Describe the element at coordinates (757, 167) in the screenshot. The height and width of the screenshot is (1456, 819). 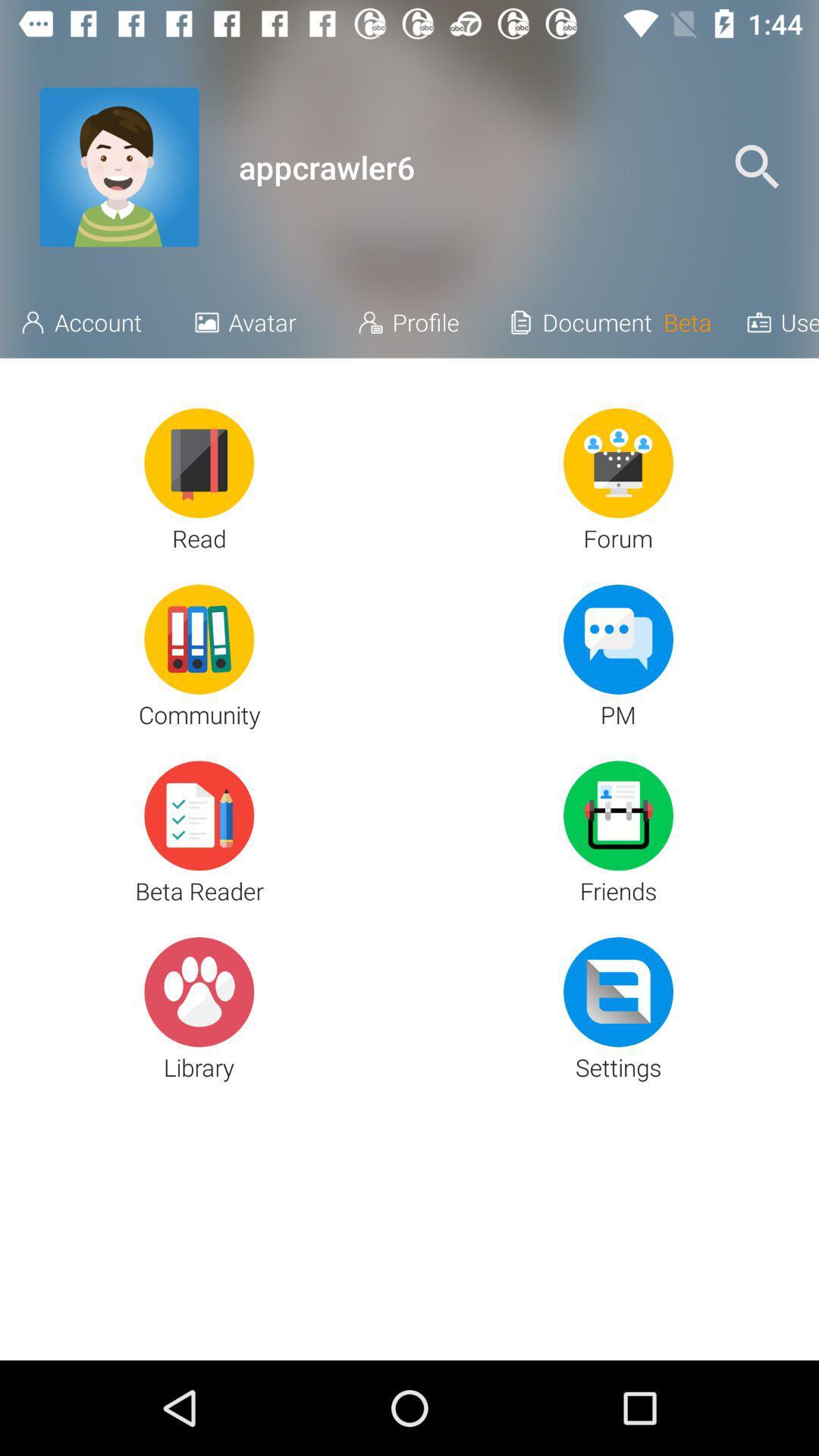
I see `the icon to the right of appcrawler6 icon` at that location.